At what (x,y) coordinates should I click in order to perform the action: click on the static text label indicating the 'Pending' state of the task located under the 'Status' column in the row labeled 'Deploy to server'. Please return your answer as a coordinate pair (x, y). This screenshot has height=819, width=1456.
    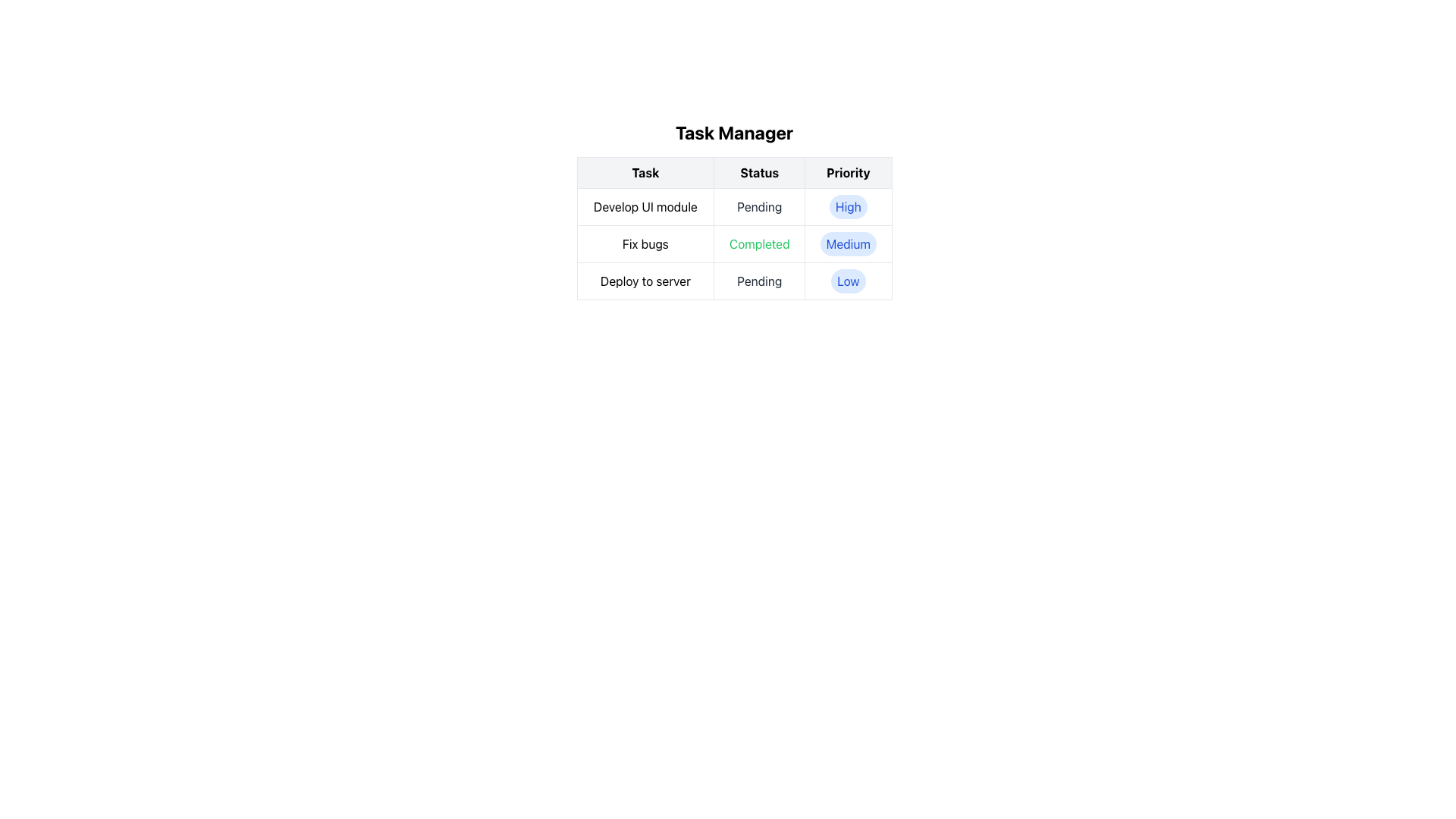
    Looking at the image, I should click on (759, 281).